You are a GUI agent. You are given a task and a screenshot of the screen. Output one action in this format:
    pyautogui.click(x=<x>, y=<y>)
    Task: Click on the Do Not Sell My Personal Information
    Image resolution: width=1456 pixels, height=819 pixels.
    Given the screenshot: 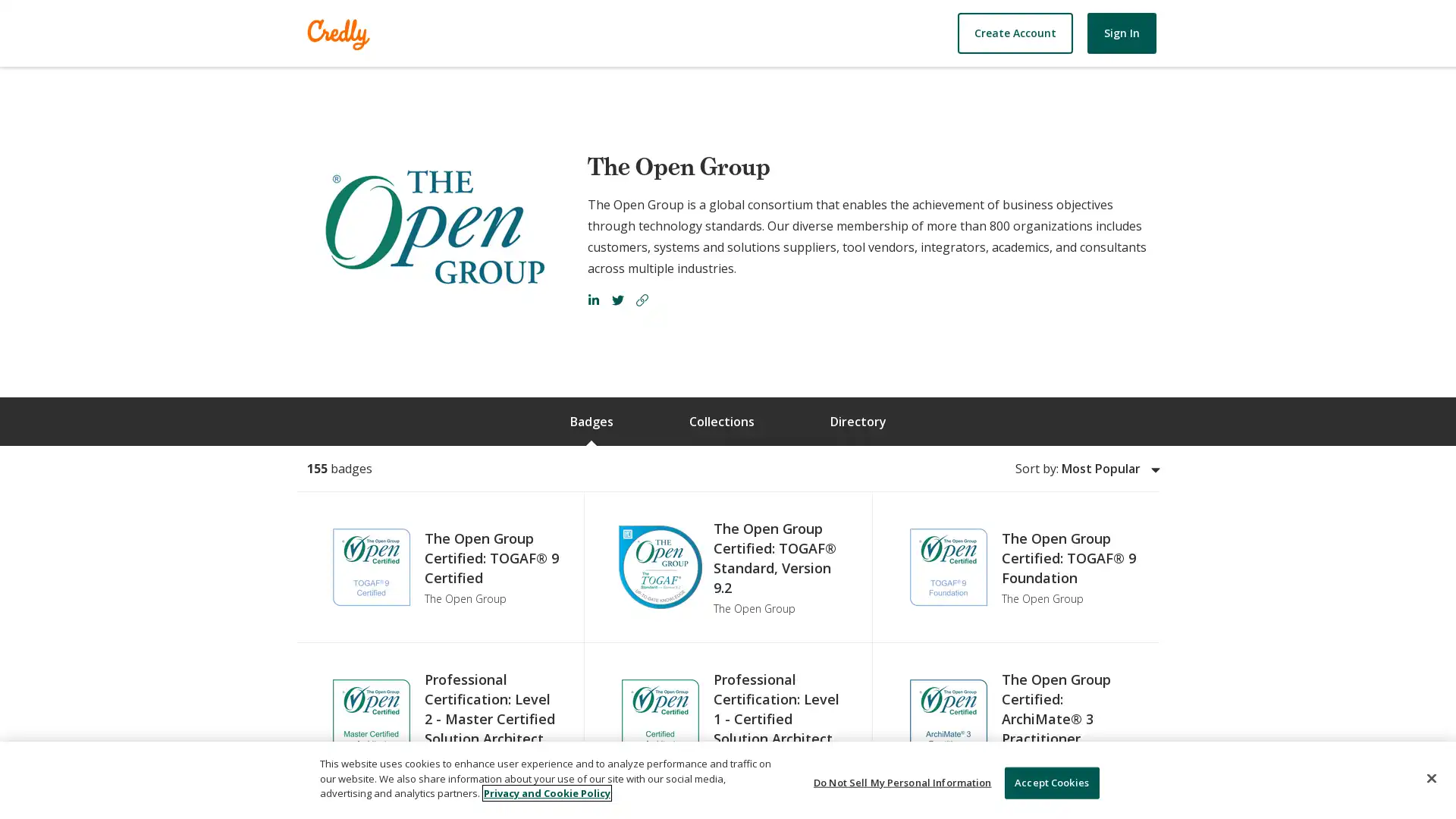 What is the action you would take?
    pyautogui.click(x=902, y=783)
    